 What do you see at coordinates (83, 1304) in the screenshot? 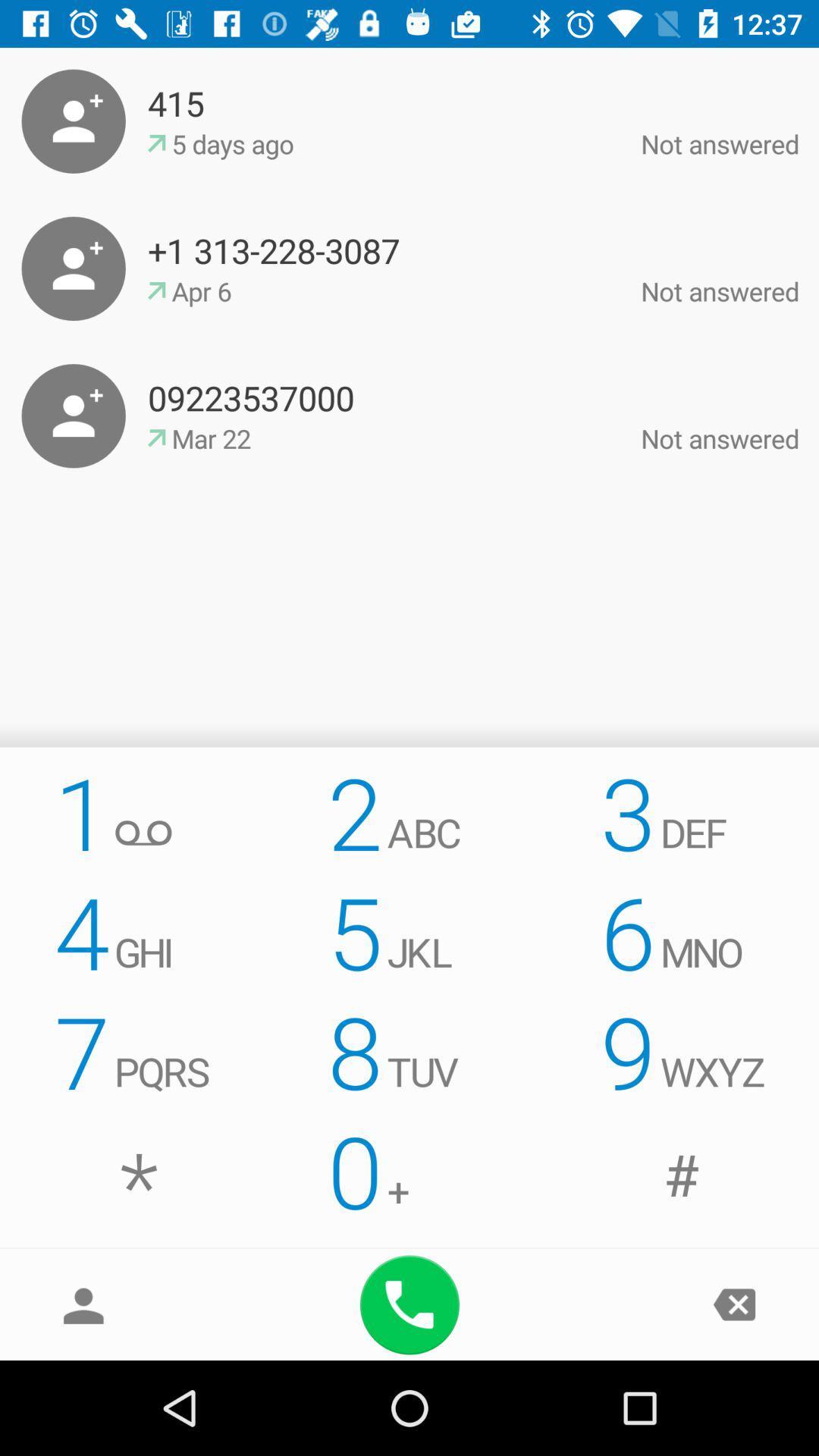
I see `the avatar icon` at bounding box center [83, 1304].